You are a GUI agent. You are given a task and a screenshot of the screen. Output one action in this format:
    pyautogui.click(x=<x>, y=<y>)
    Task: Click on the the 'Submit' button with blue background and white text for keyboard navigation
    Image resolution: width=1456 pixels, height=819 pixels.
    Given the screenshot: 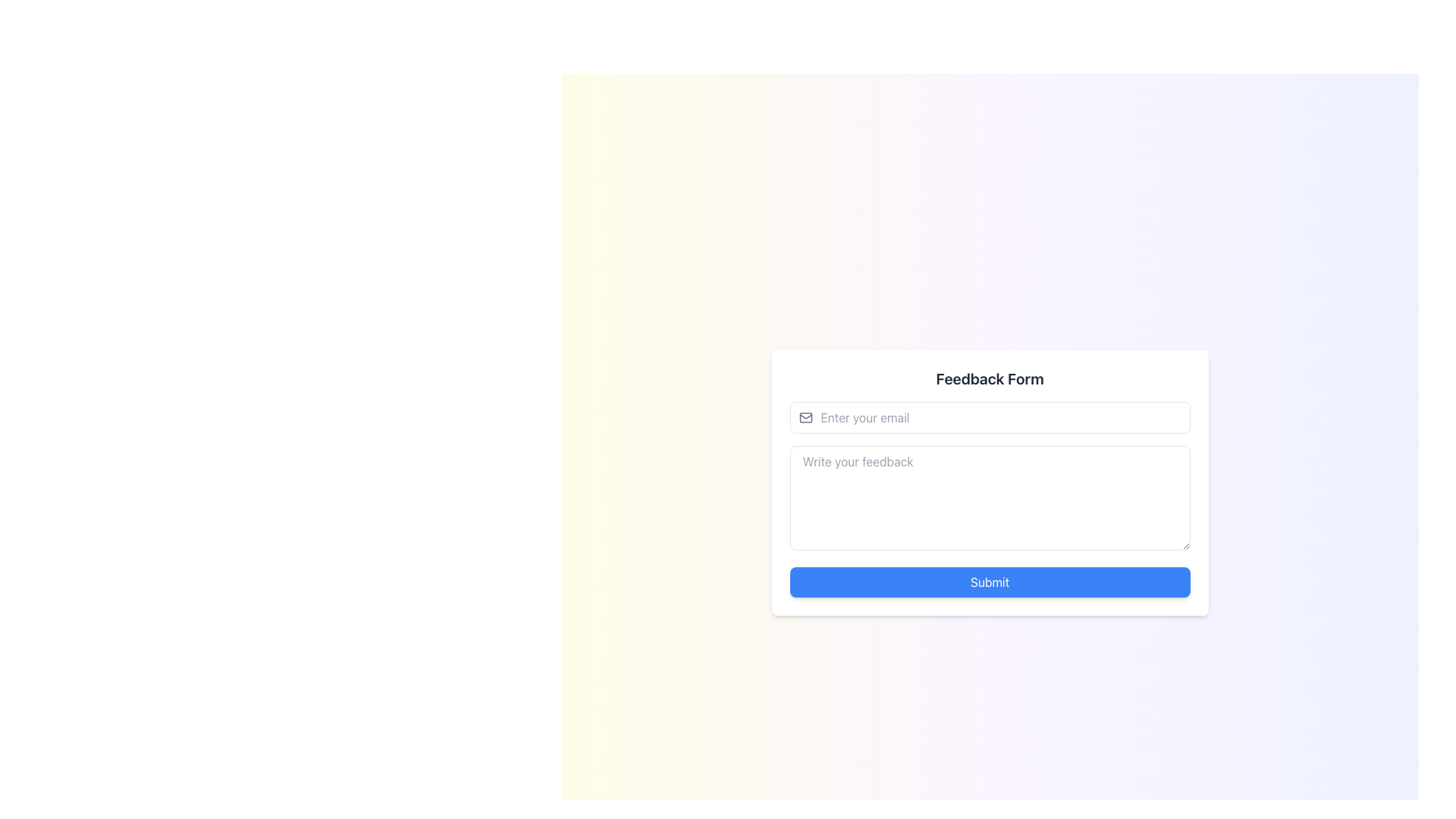 What is the action you would take?
    pyautogui.click(x=990, y=581)
    